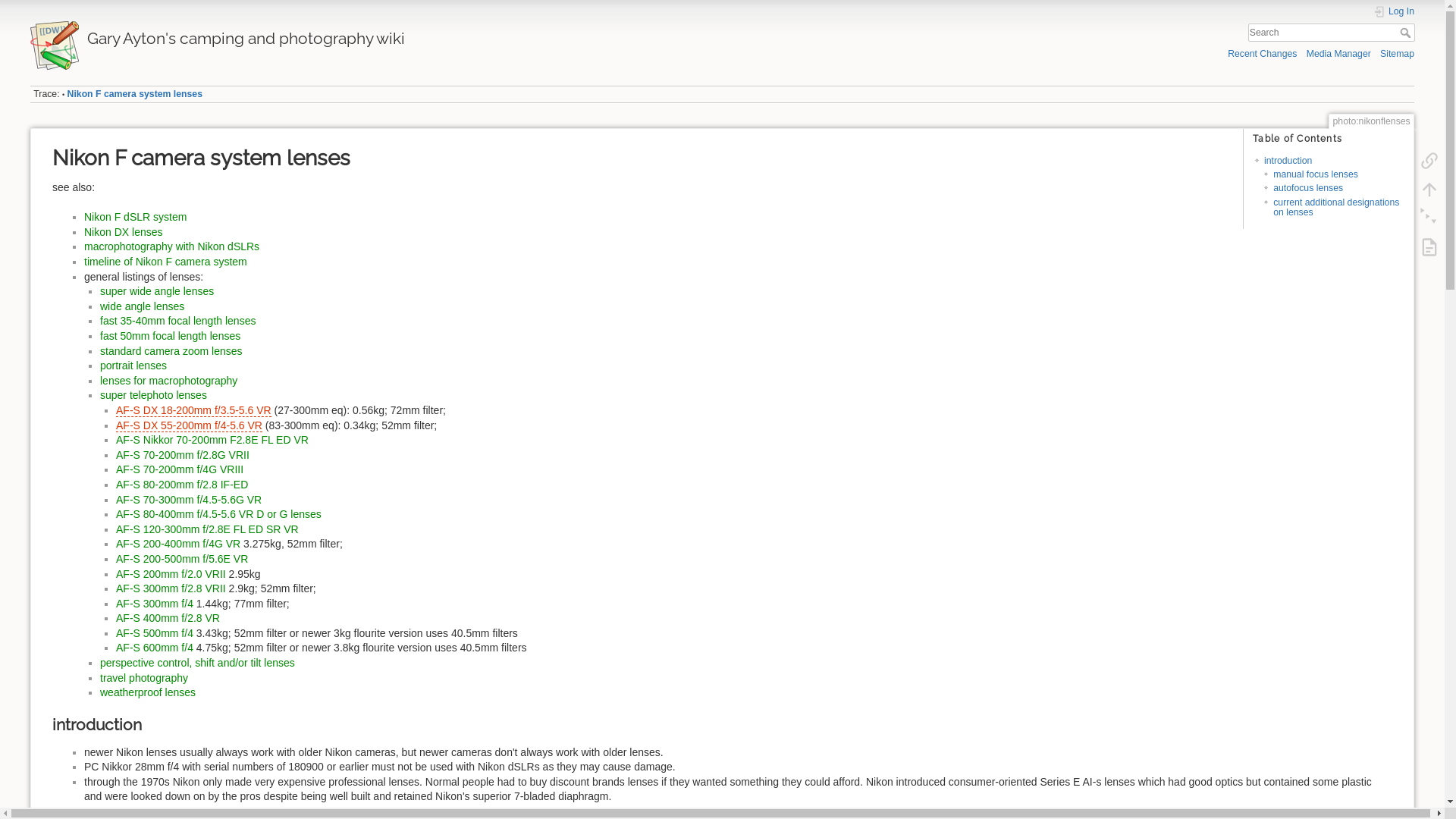 The image size is (1456, 819). What do you see at coordinates (171, 350) in the screenshot?
I see `'standard camera zoom lenses'` at bounding box center [171, 350].